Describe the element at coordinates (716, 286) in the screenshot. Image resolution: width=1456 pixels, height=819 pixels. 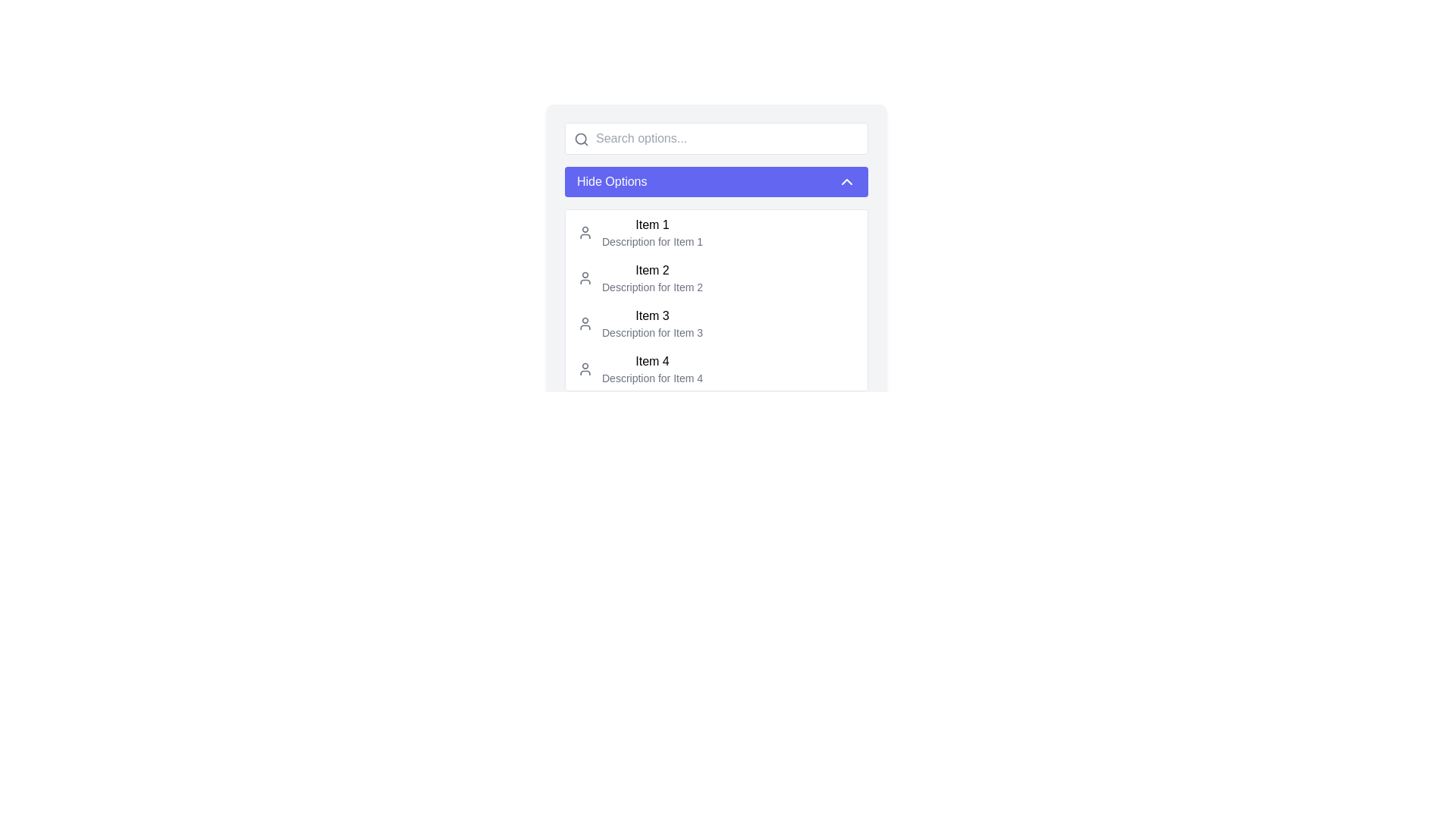
I see `the second item in the selectable list displayed under the 'Hide Options' dropdown` at that location.